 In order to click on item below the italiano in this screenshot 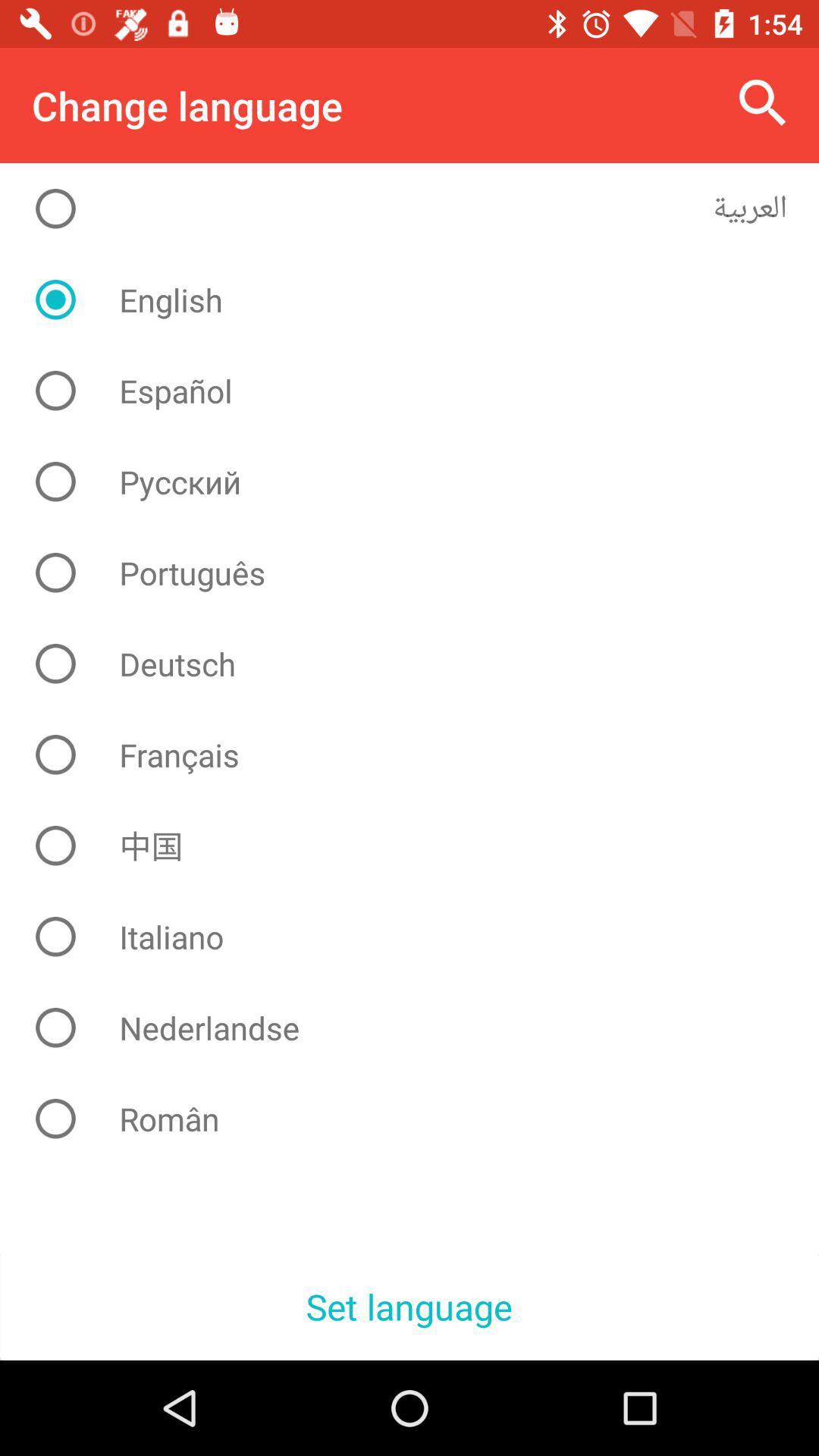, I will do `click(421, 1028)`.